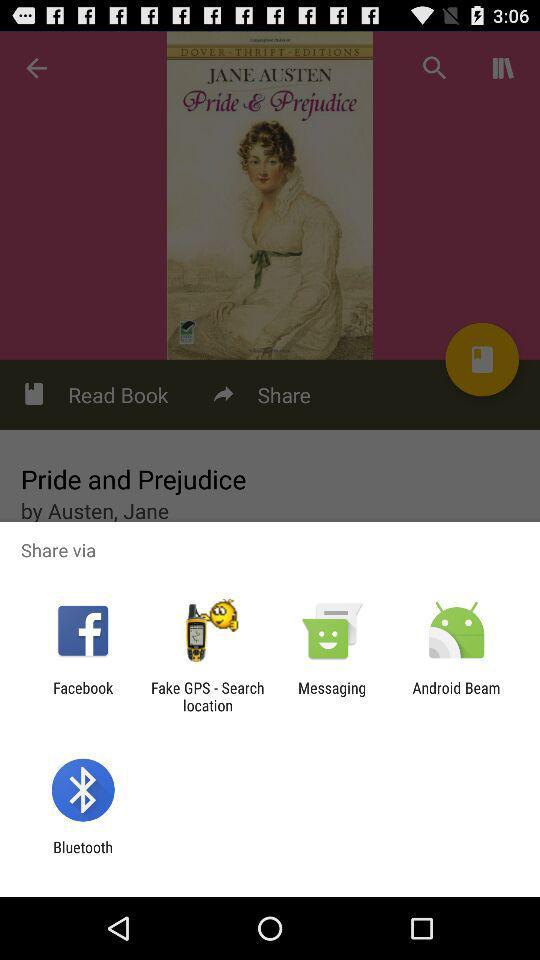  I want to click on the messaging app, so click(332, 696).